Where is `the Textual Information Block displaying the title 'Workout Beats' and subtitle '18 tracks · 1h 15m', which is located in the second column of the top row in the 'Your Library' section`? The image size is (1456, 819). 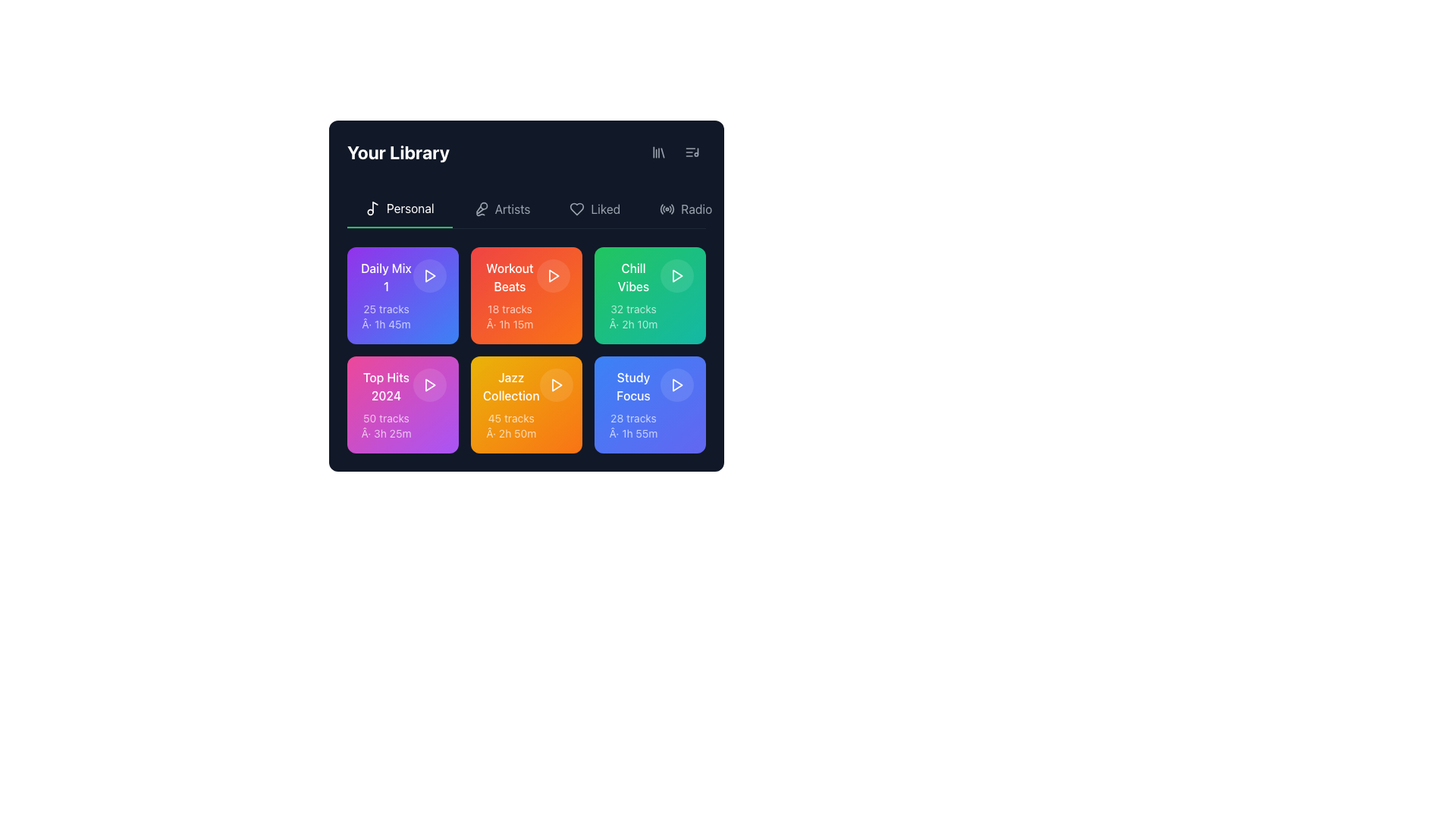 the Textual Information Block displaying the title 'Workout Beats' and subtitle '18 tracks · 1h 15m', which is located in the second column of the top row in the 'Your Library' section is located at coordinates (510, 295).